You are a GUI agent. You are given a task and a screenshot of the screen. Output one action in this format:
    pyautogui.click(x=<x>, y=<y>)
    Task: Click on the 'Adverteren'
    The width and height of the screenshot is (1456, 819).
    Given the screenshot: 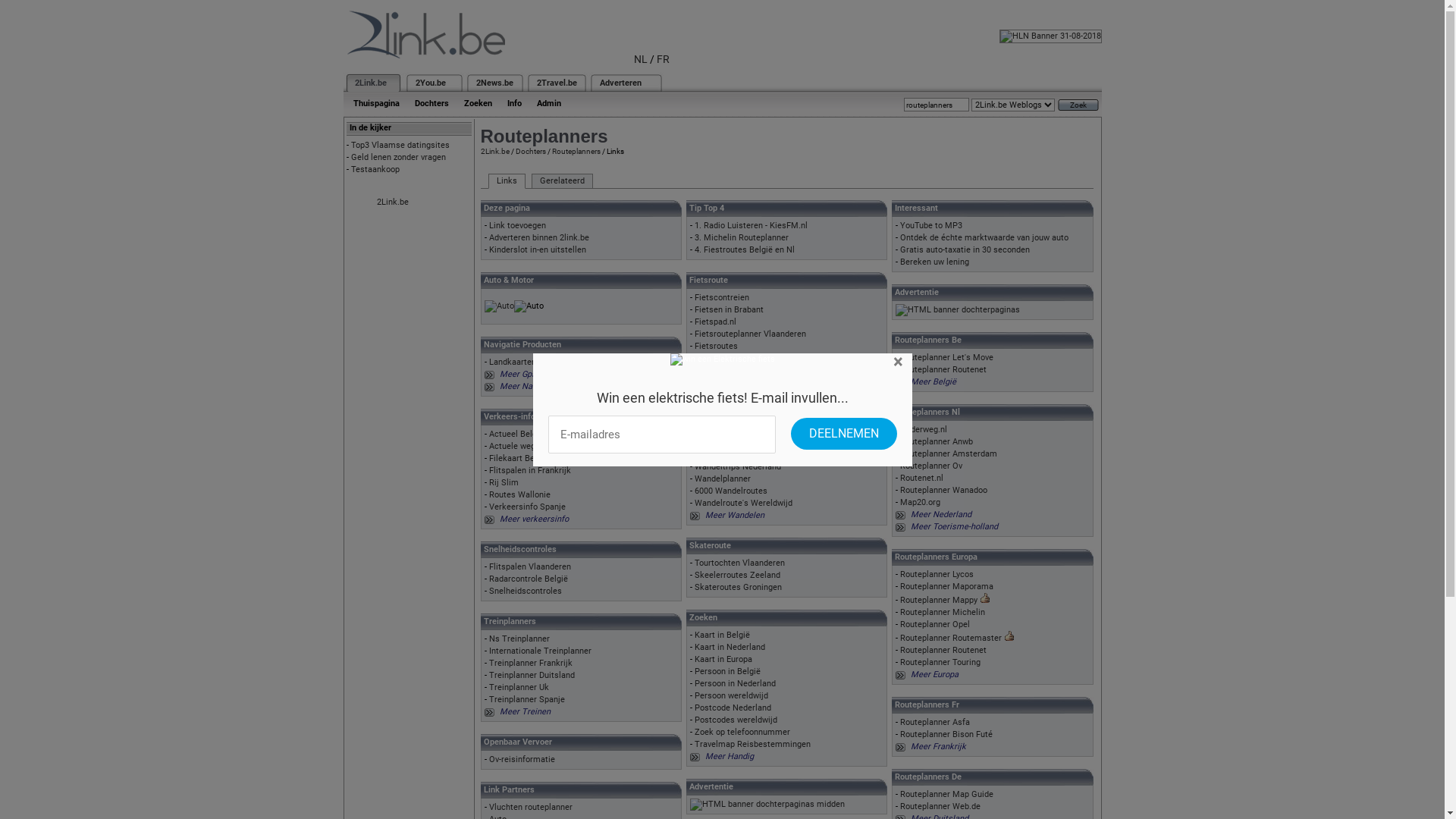 What is the action you would take?
    pyautogui.click(x=620, y=83)
    